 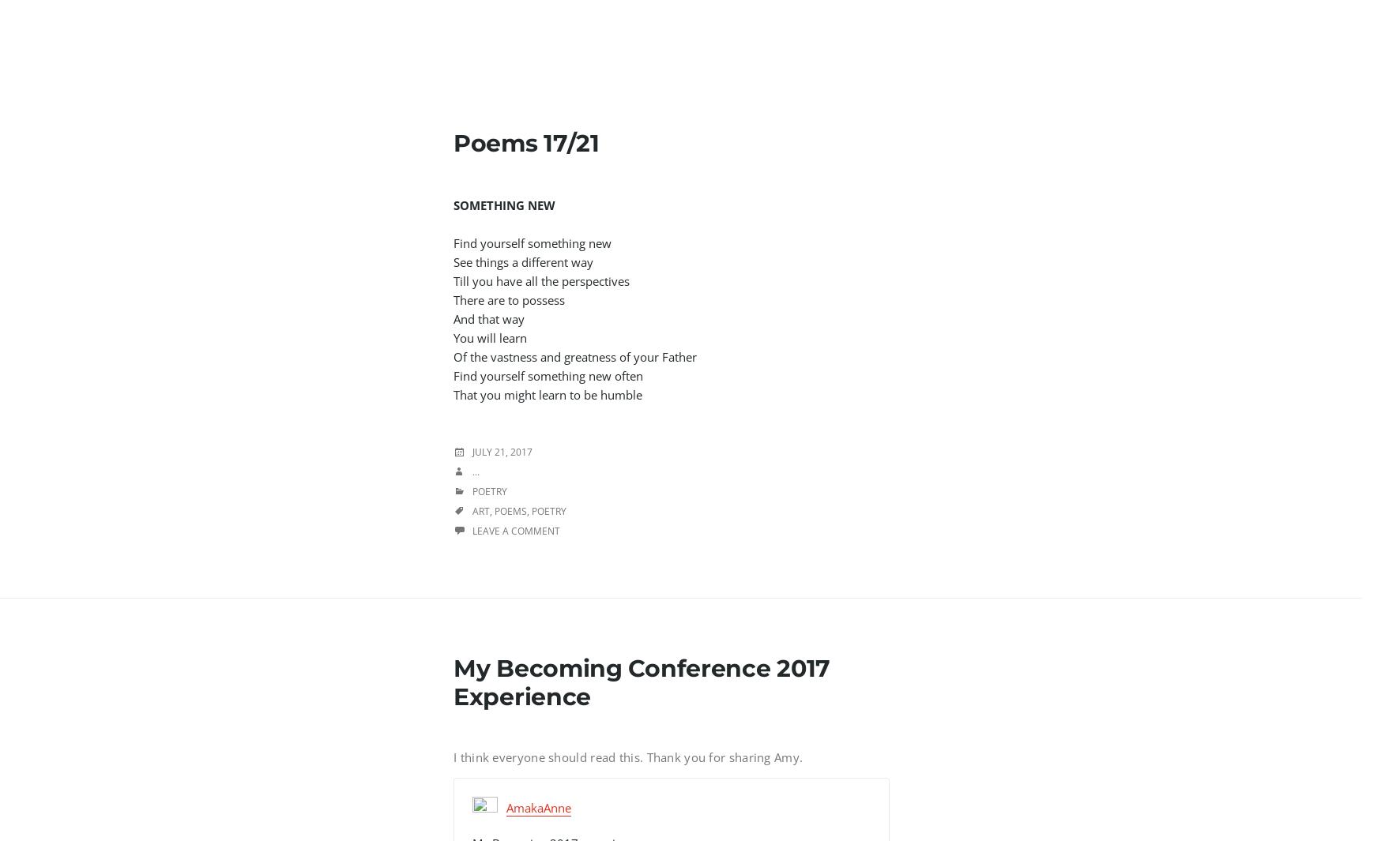 I want to click on 'There are to possess', so click(x=509, y=298).